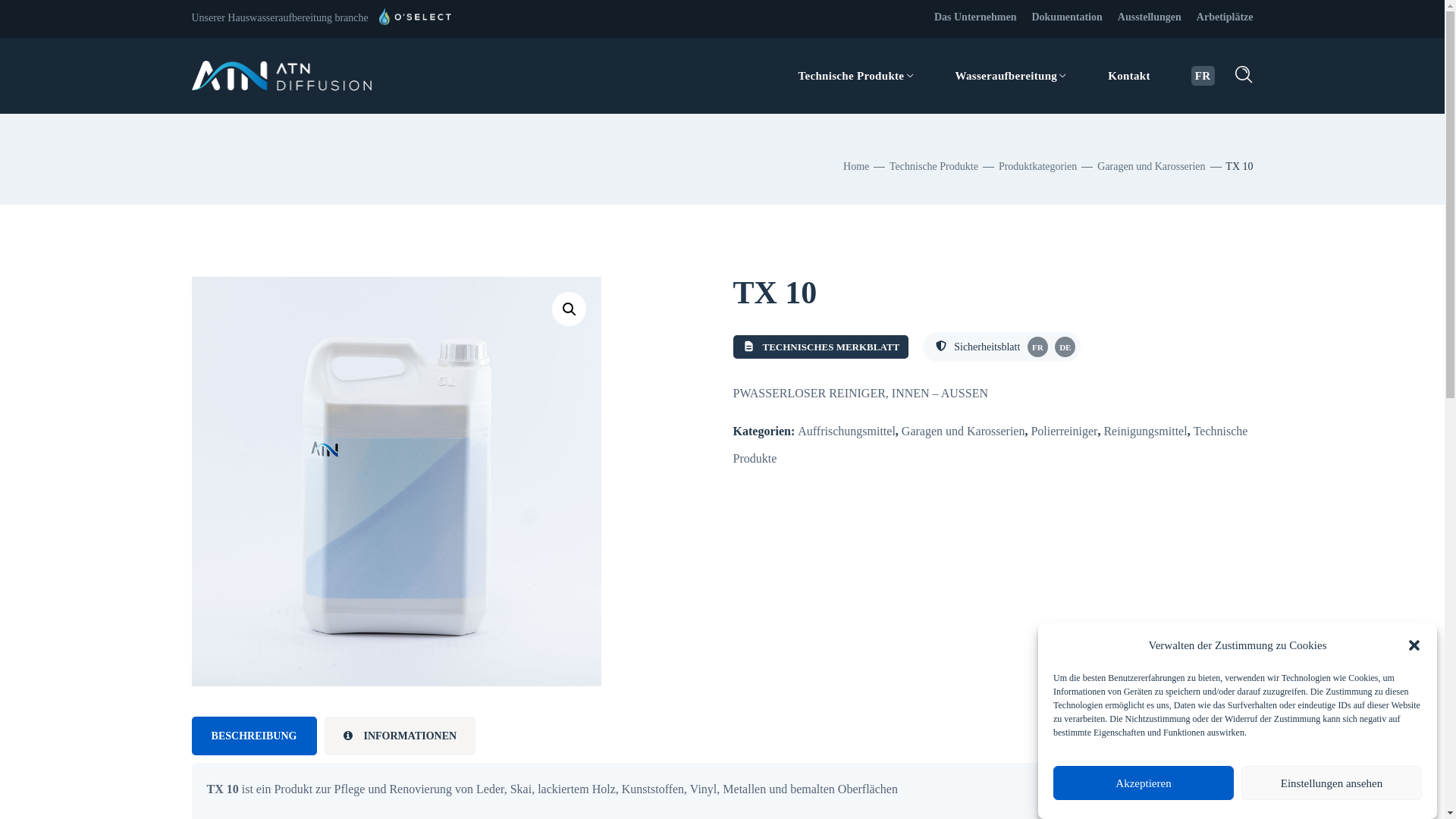 This screenshot has width=1456, height=819. Describe the element at coordinates (1011, 76) in the screenshot. I see `'Wasseraufbereitung'` at that location.